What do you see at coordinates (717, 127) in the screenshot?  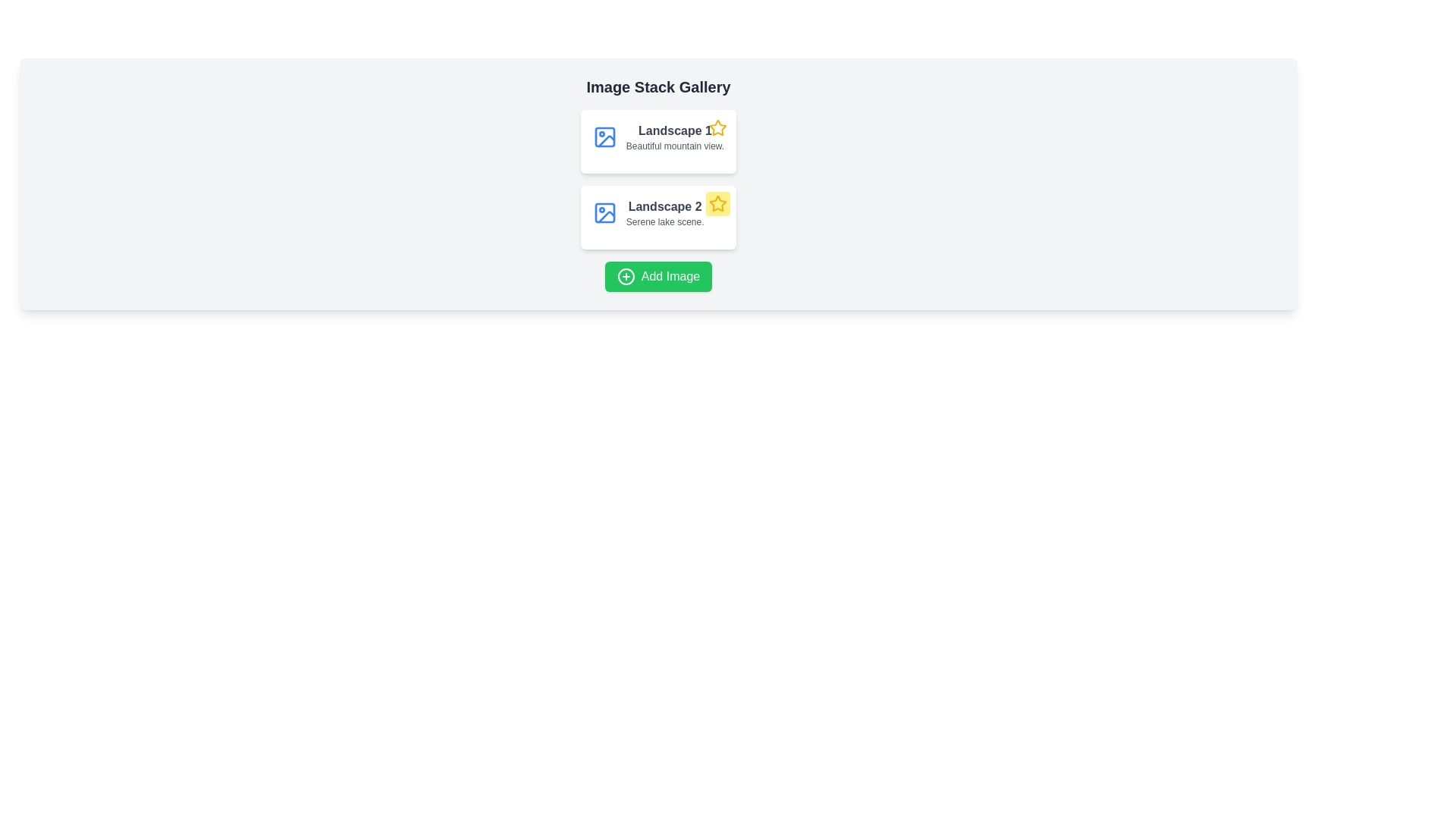 I see `the star-shaped button with a yellow outline located at the top-right corner of the card interface for 'Landscape 1'` at bounding box center [717, 127].